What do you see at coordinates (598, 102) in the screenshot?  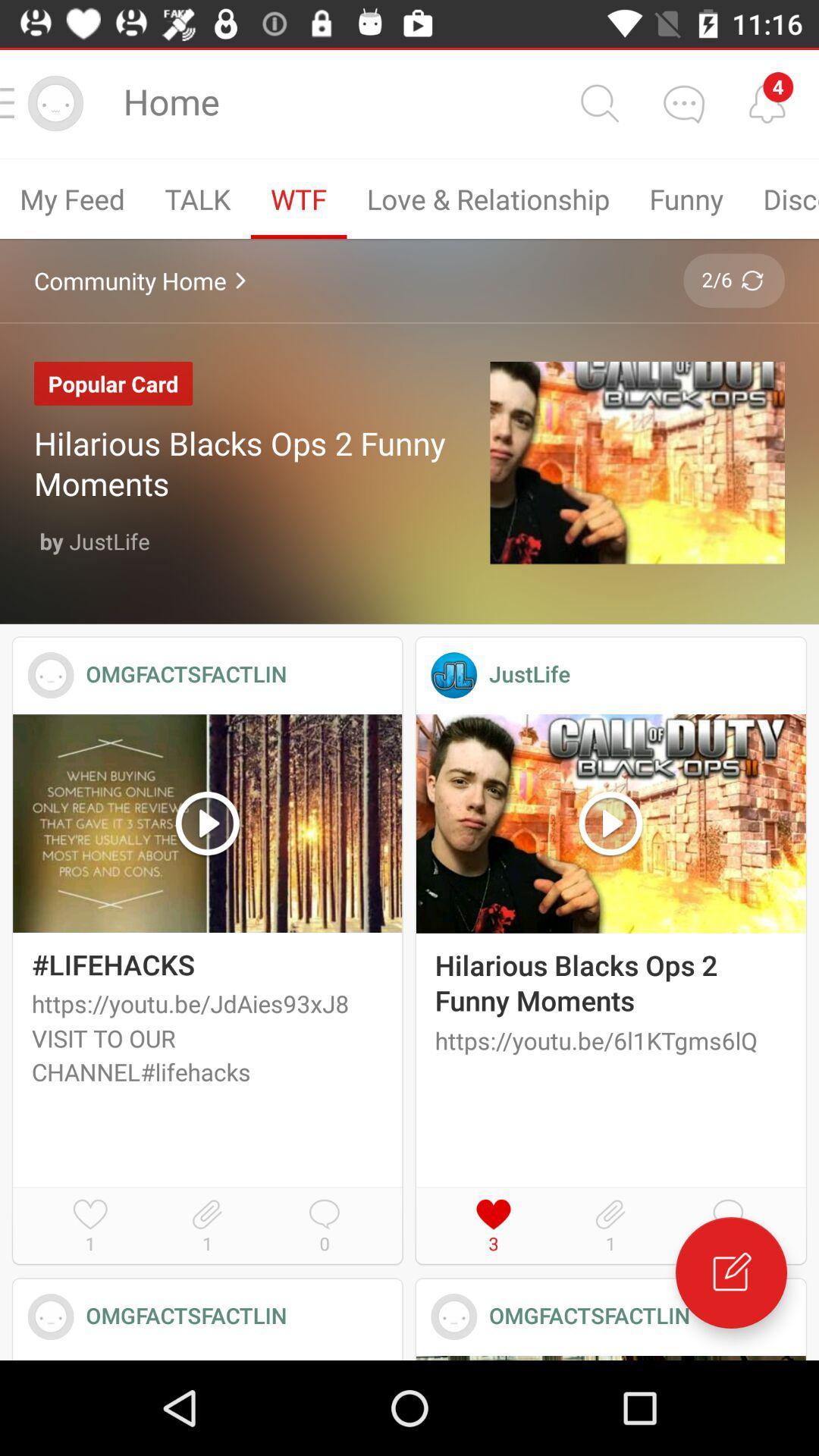 I see `the search icon` at bounding box center [598, 102].